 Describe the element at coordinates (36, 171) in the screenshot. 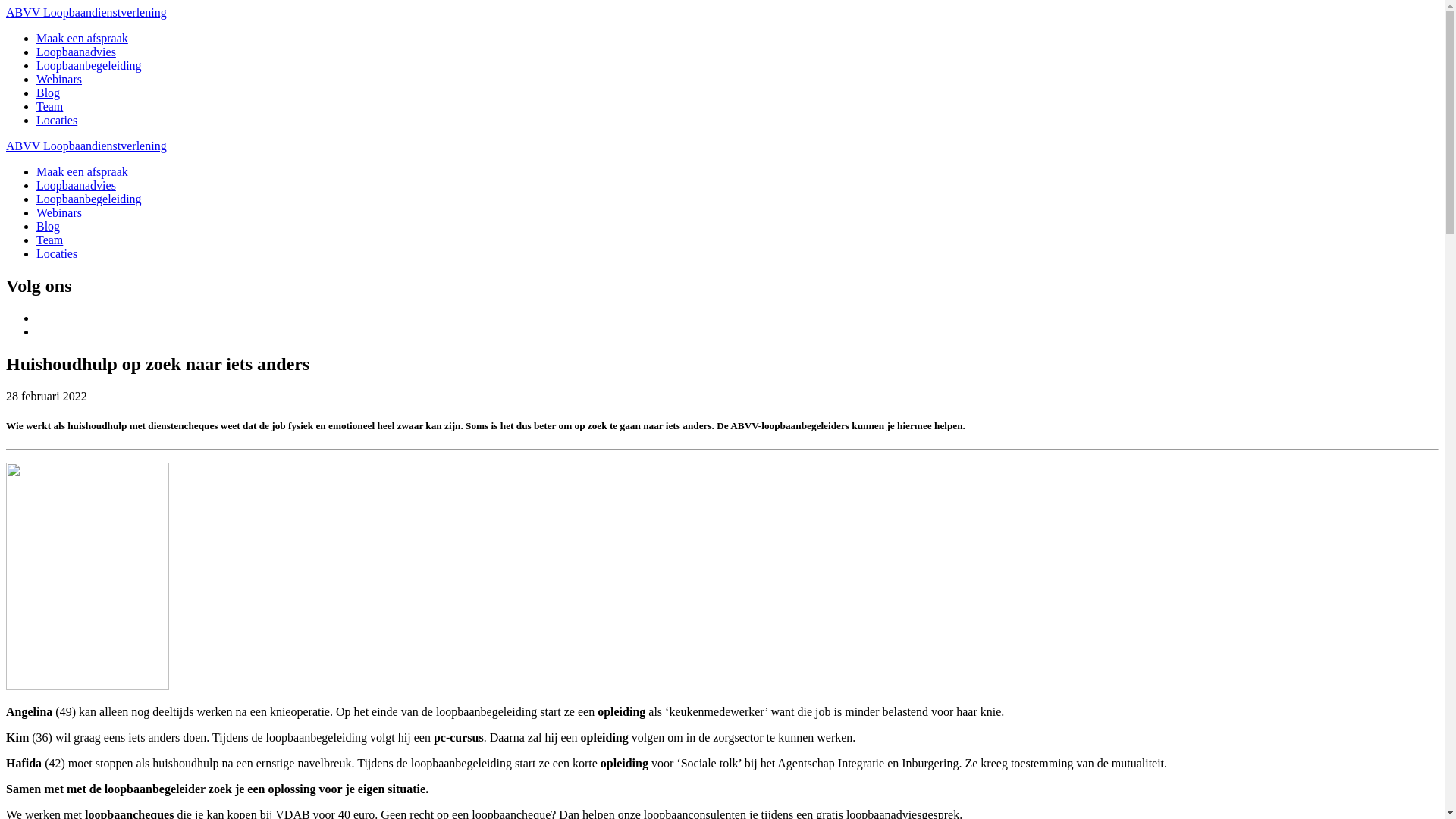

I see `'Maak een afspraak'` at that location.